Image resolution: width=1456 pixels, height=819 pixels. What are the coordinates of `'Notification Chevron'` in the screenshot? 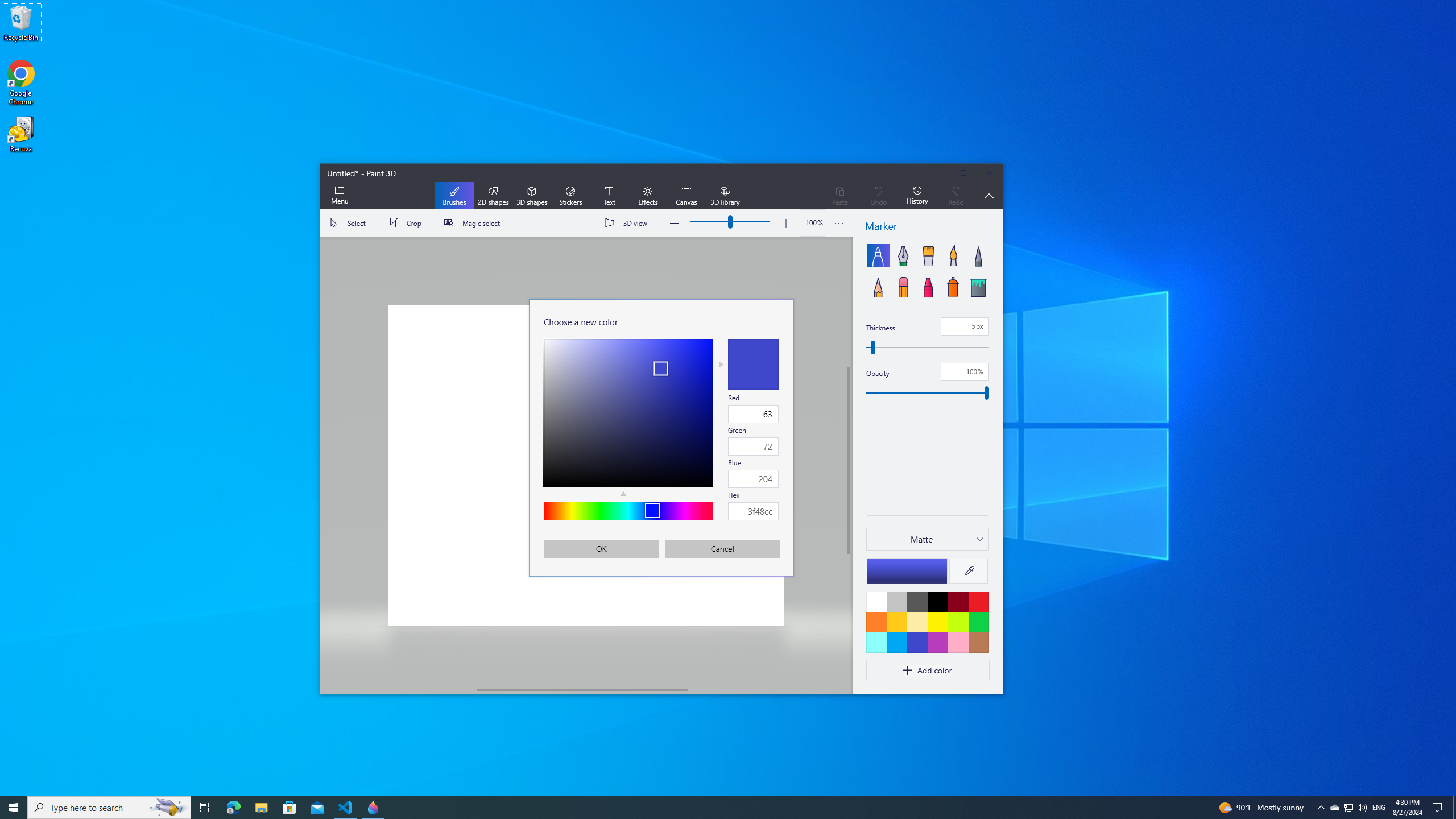 It's located at (1321, 806).